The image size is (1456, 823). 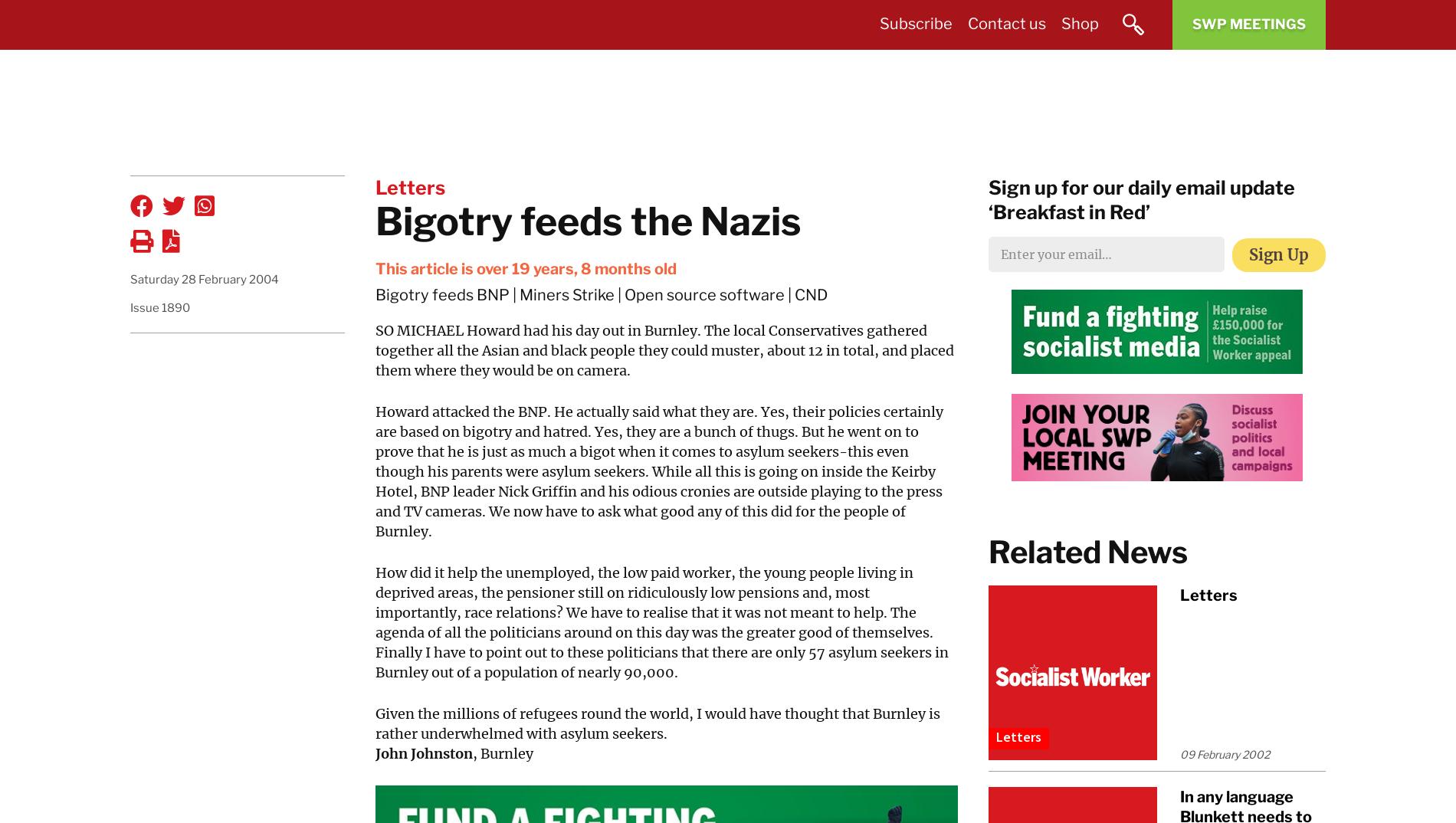 I want to click on 'Education for Socialists', so click(x=943, y=200).